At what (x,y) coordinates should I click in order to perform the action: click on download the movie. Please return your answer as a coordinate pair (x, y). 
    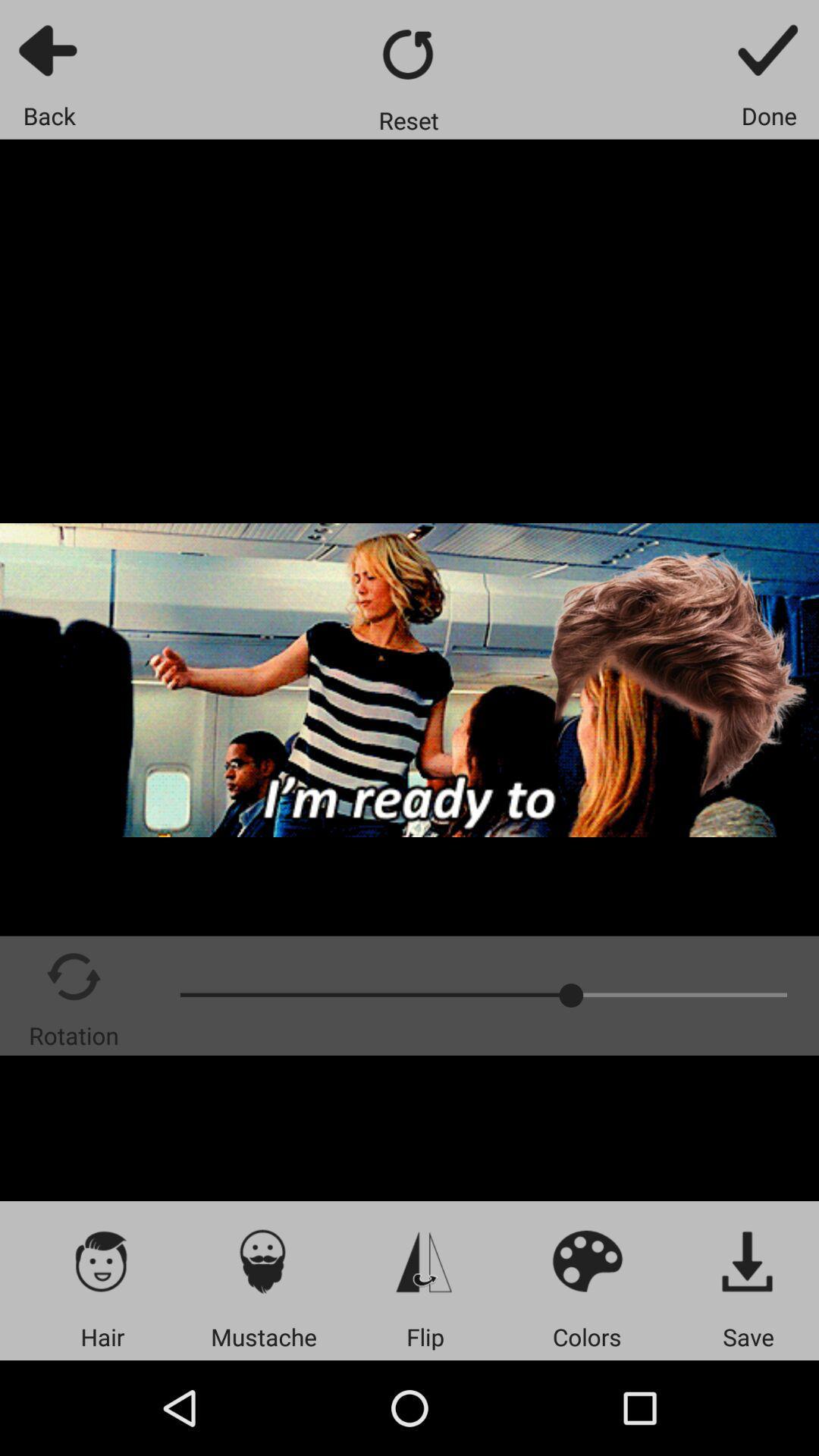
    Looking at the image, I should click on (748, 1260).